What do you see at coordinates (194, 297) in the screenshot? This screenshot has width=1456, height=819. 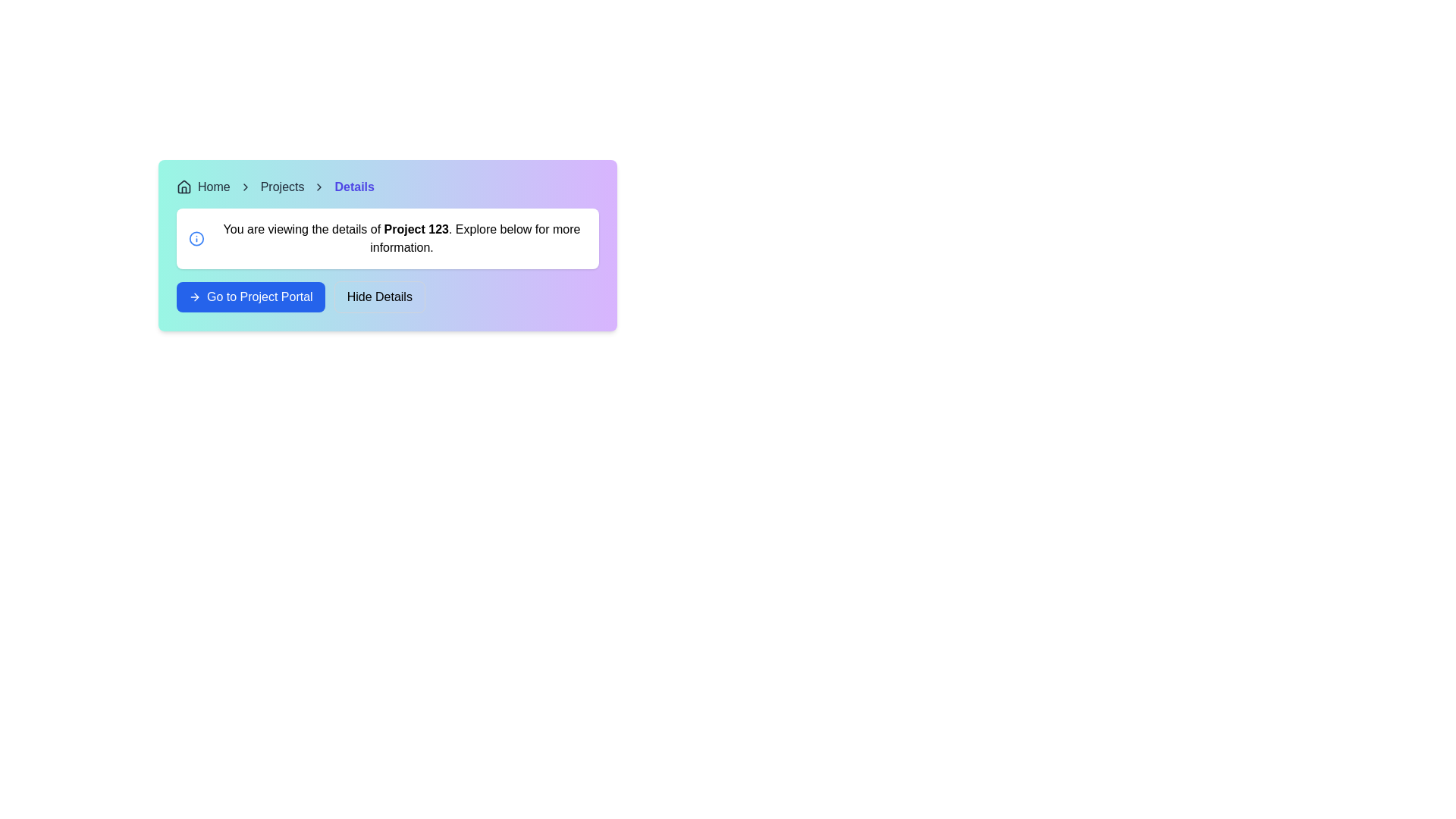 I see `the small arrow-shaped SVG icon located to the left of the 'Go to Project Portal' text within the blue button` at bounding box center [194, 297].